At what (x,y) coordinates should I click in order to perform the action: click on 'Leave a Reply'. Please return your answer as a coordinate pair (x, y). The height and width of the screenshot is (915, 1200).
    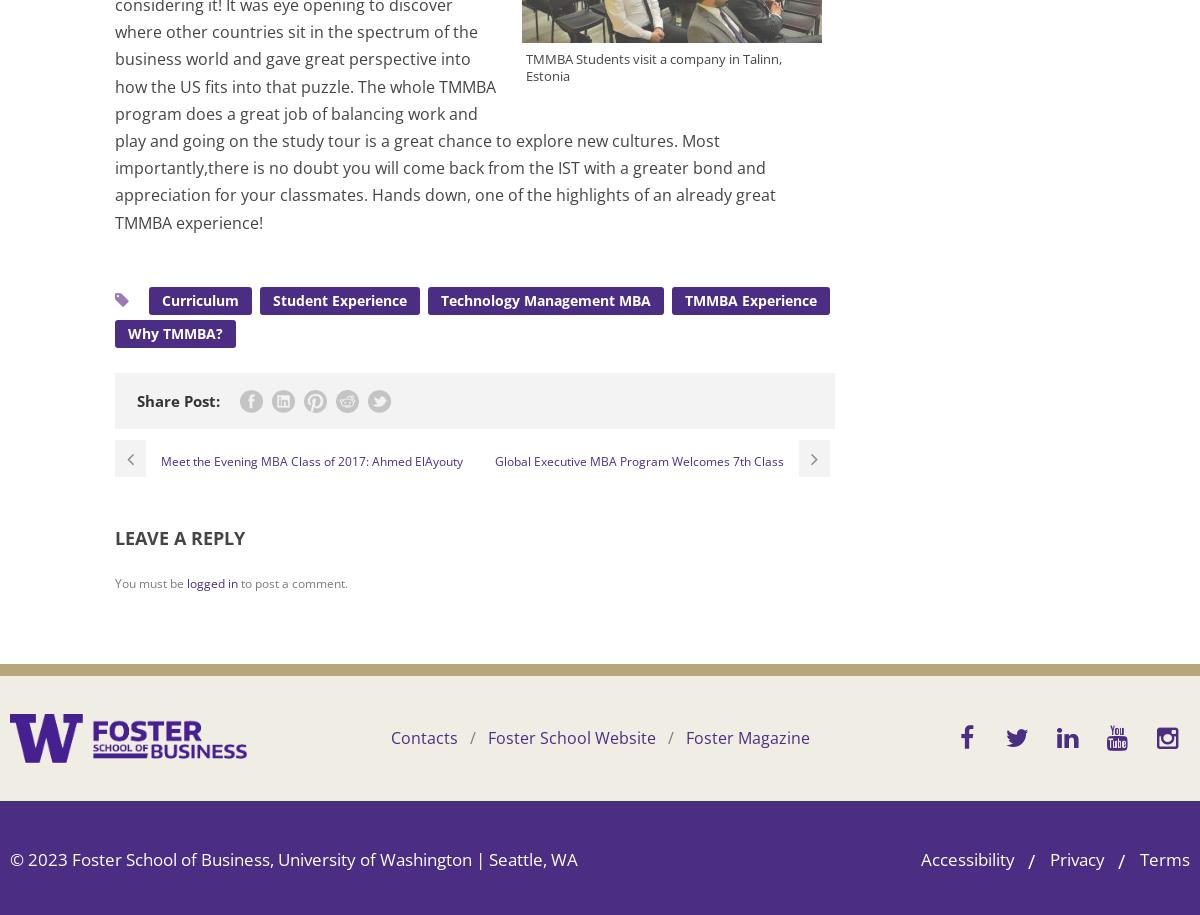
    Looking at the image, I should click on (179, 538).